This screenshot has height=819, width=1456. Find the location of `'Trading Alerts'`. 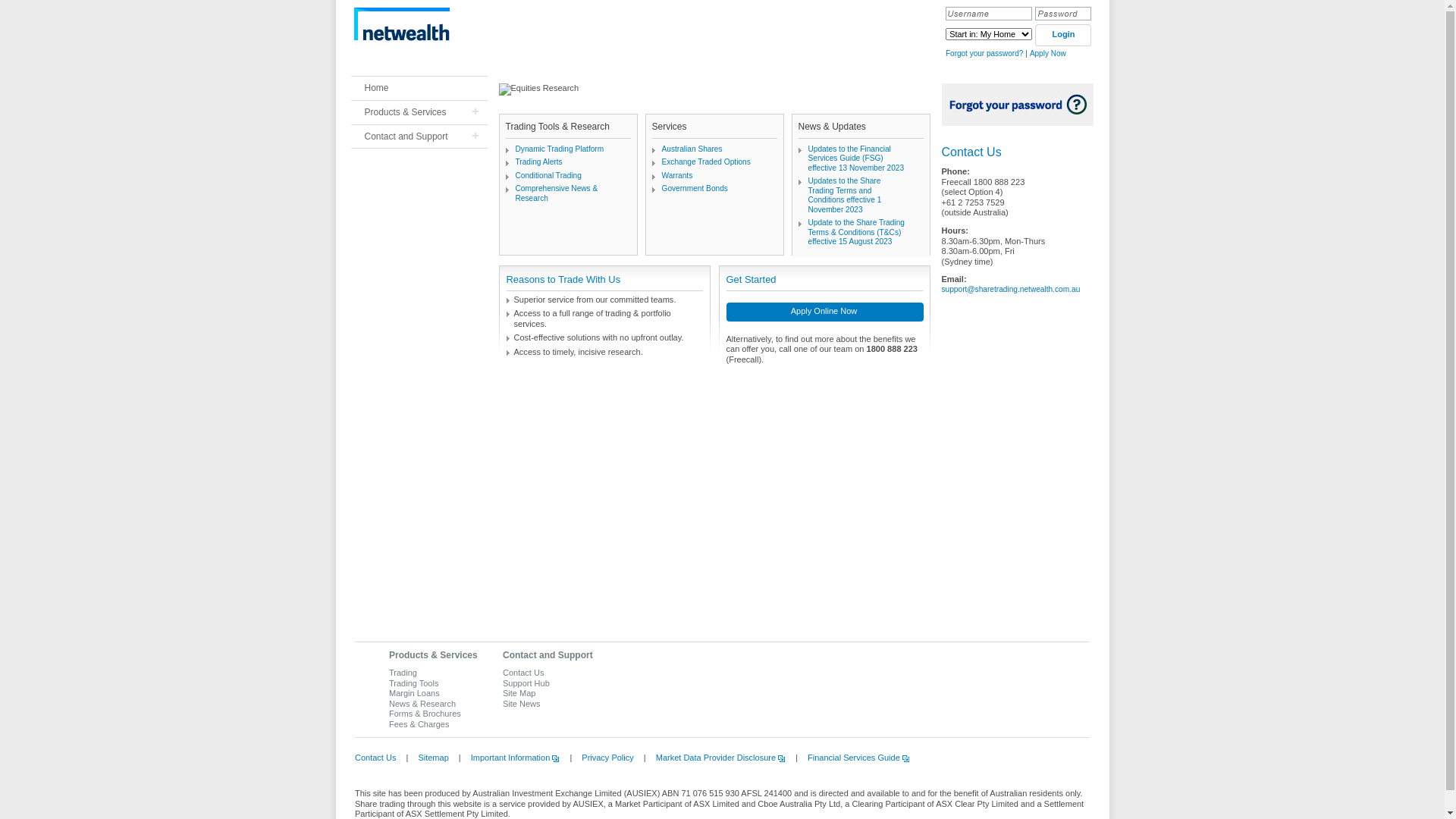

'Trading Alerts' is located at coordinates (538, 162).